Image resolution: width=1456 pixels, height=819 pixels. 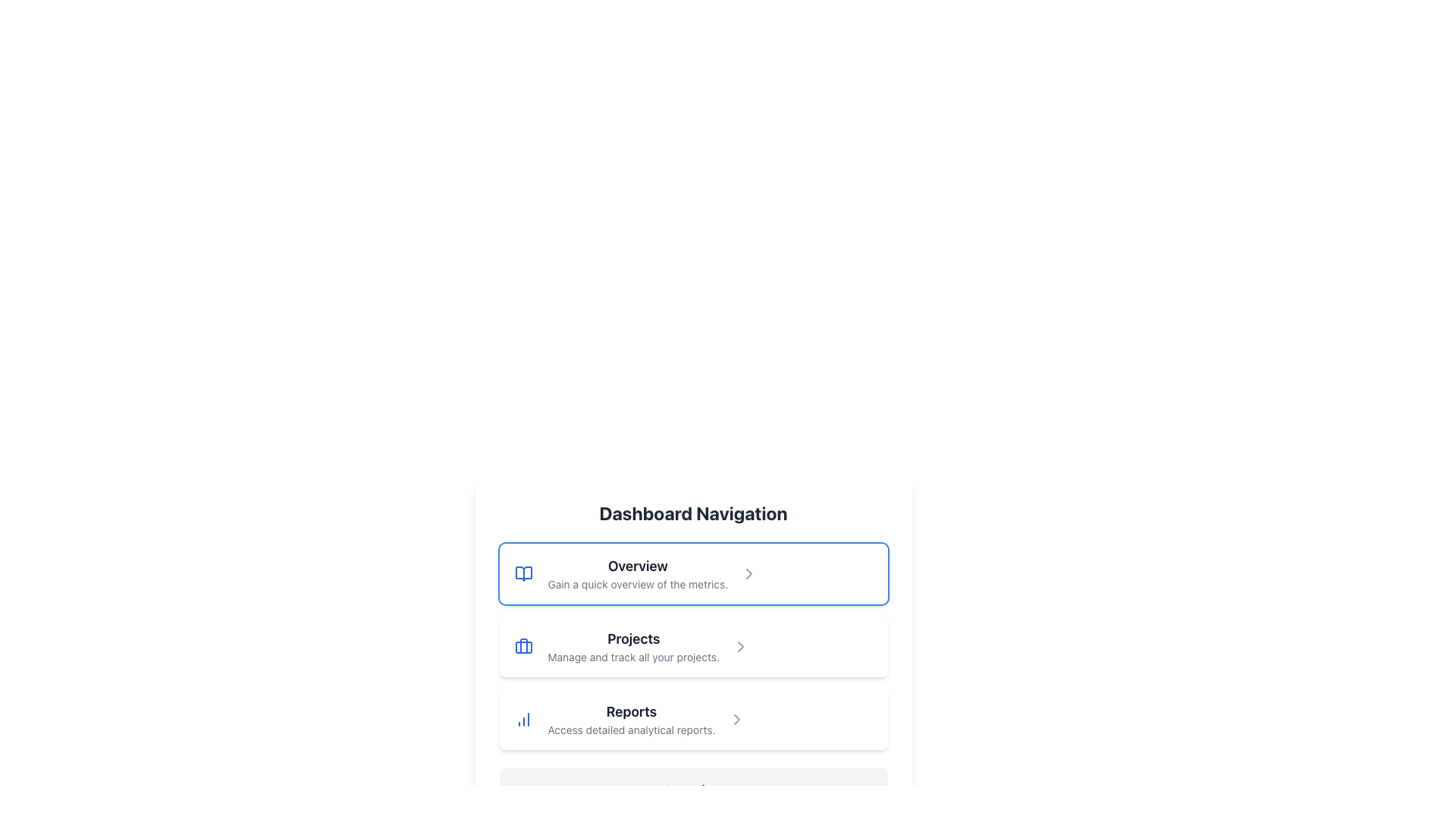 What do you see at coordinates (692, 646) in the screenshot?
I see `the second navigation button labeled 'Projects' in the vertical list, positioned between 'Overview' and 'Reports'` at bounding box center [692, 646].